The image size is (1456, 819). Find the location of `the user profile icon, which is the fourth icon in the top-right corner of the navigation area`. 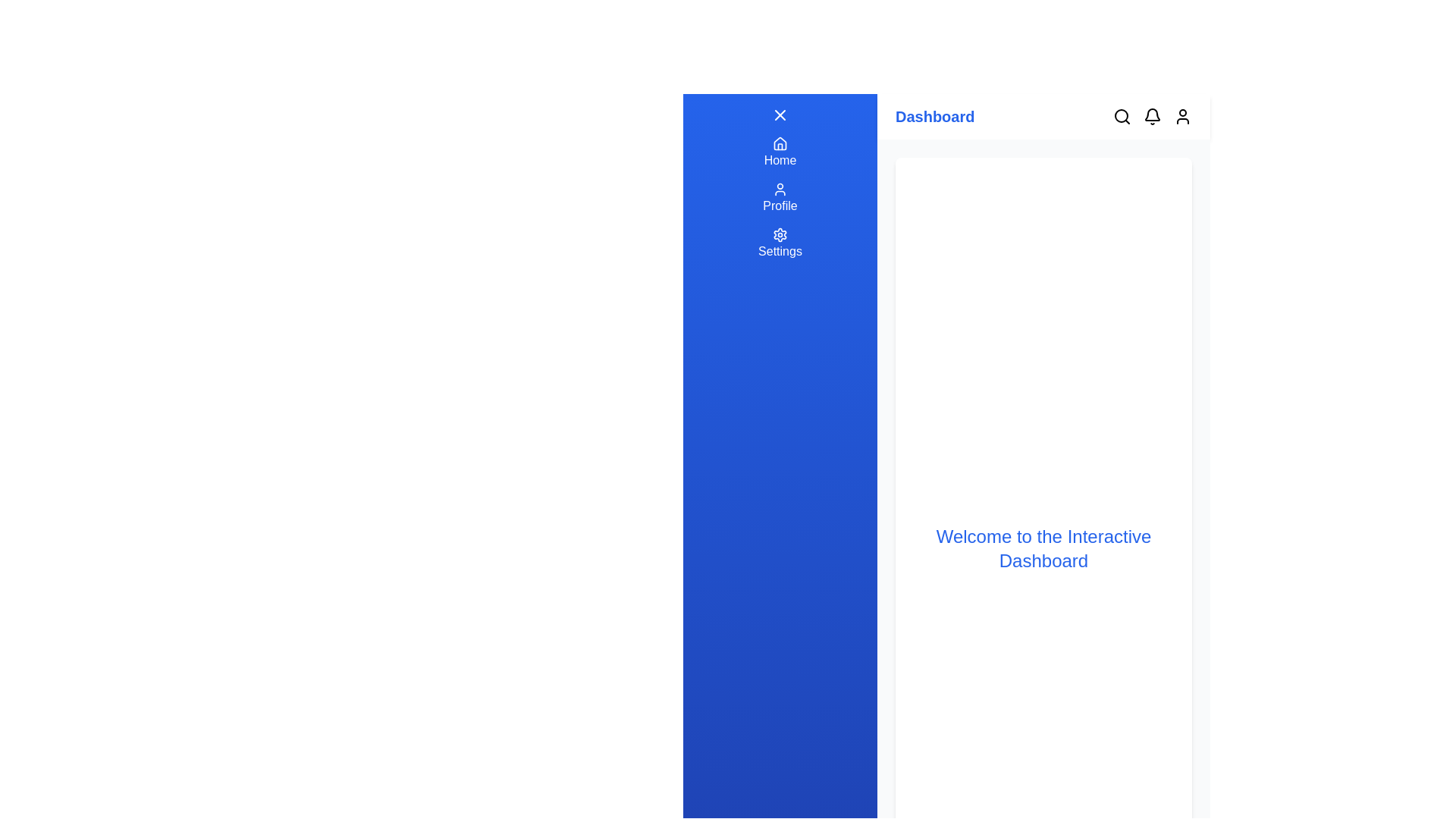

the user profile icon, which is the fourth icon in the top-right corner of the navigation area is located at coordinates (1182, 116).